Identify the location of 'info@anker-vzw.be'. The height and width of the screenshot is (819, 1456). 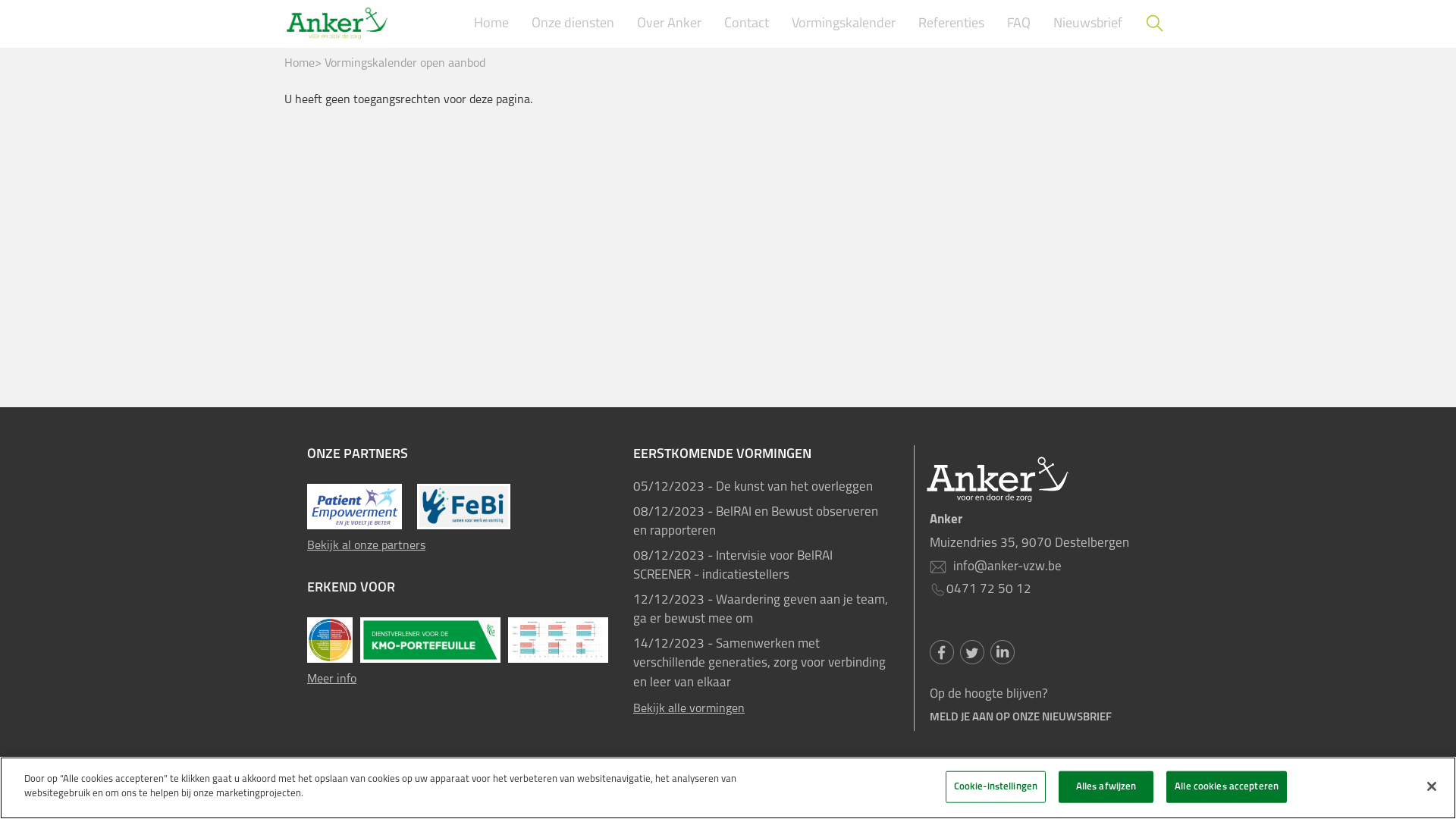
(949, 566).